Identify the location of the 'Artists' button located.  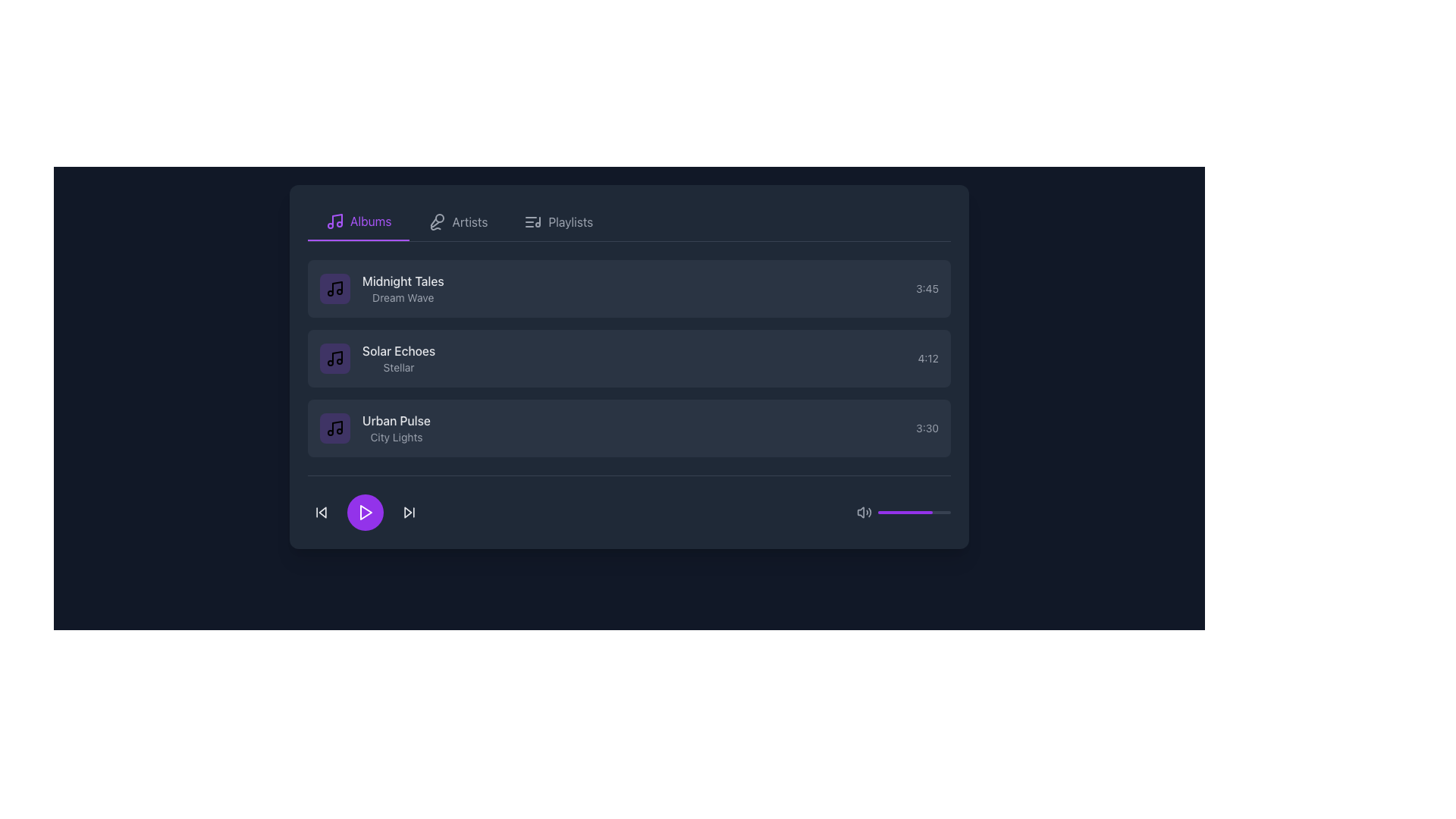
(457, 222).